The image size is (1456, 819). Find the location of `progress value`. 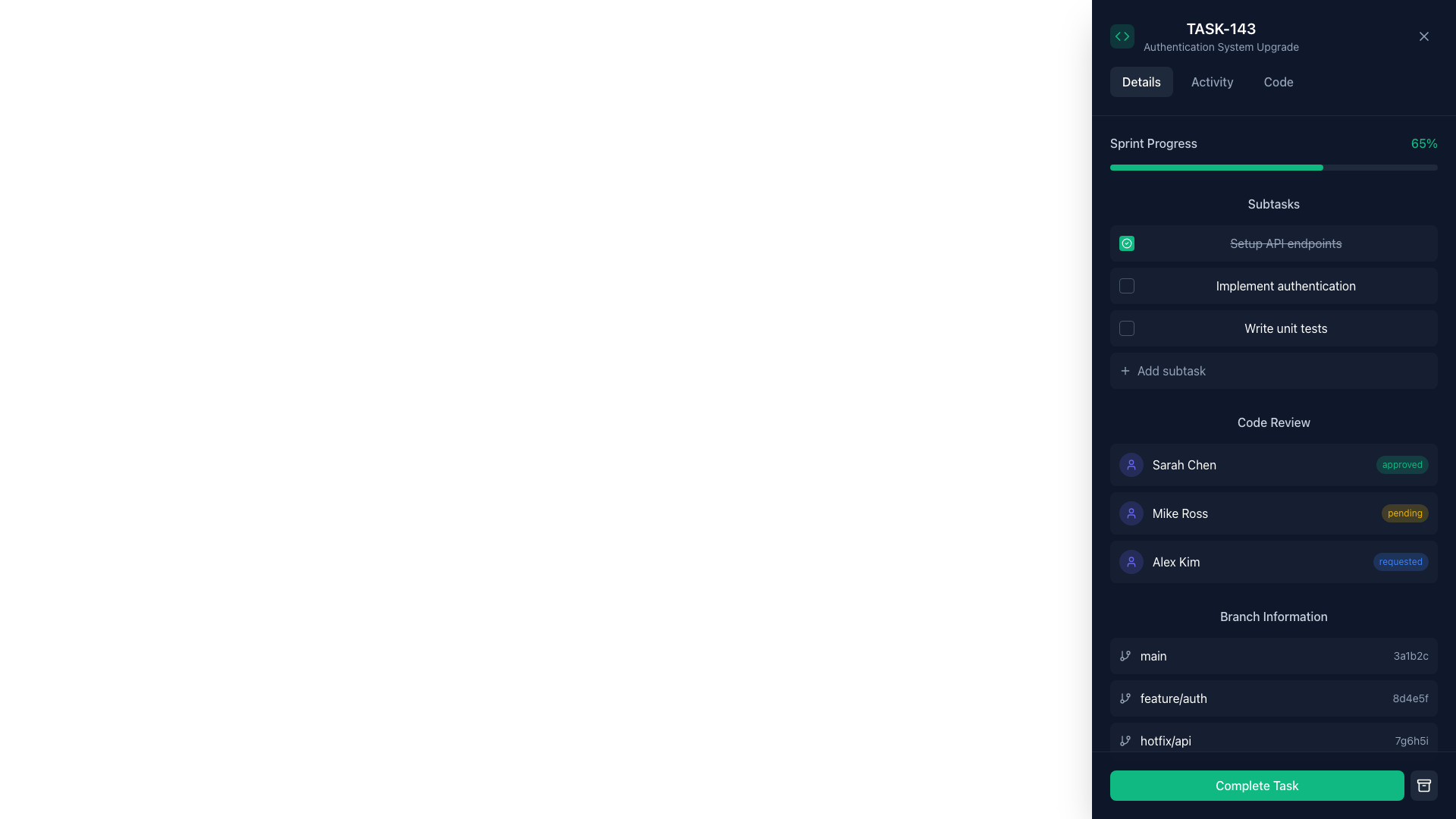

progress value is located at coordinates (1389, 167).